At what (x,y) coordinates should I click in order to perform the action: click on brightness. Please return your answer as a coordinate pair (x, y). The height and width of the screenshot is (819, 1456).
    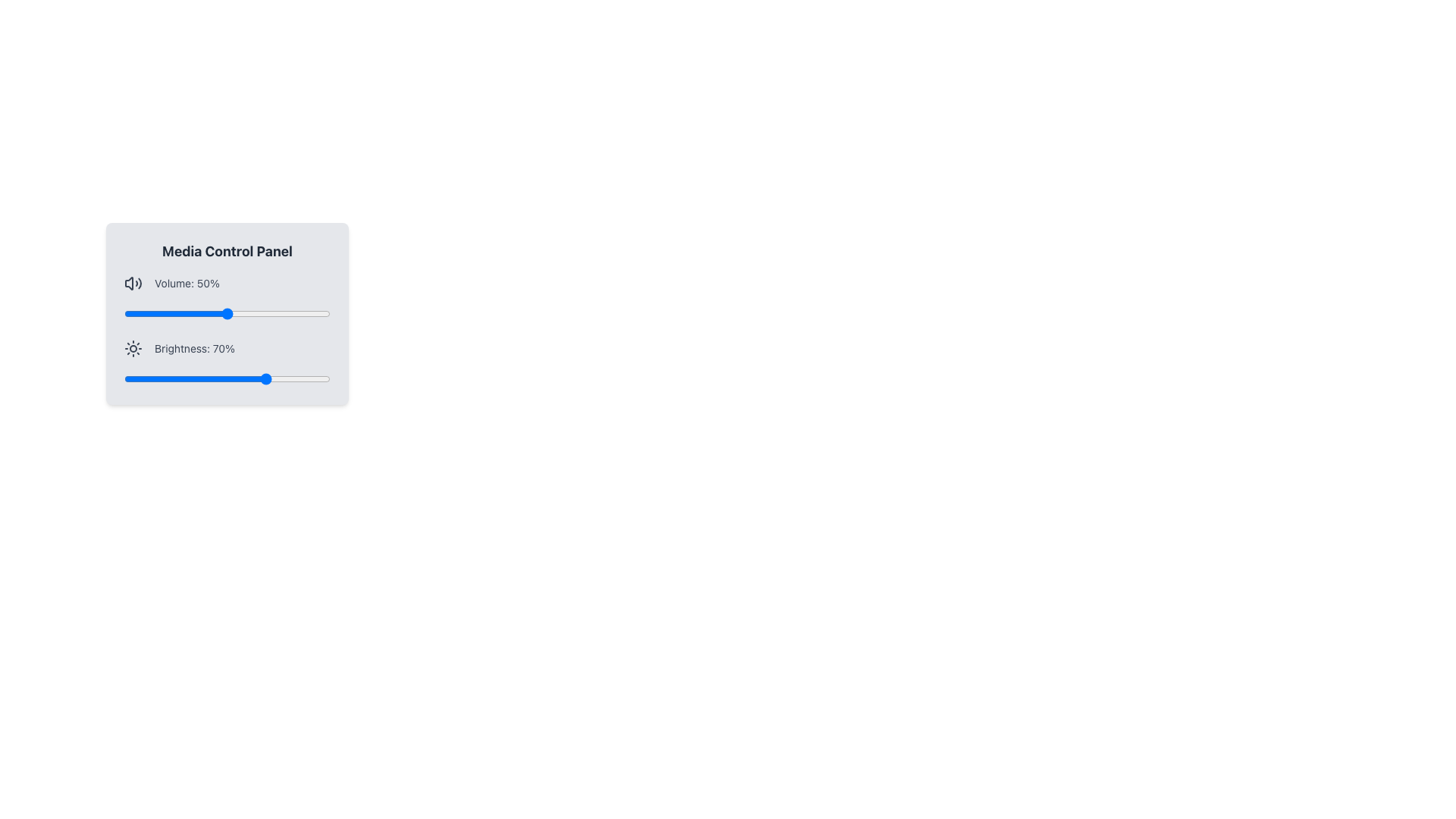
    Looking at the image, I should click on (260, 378).